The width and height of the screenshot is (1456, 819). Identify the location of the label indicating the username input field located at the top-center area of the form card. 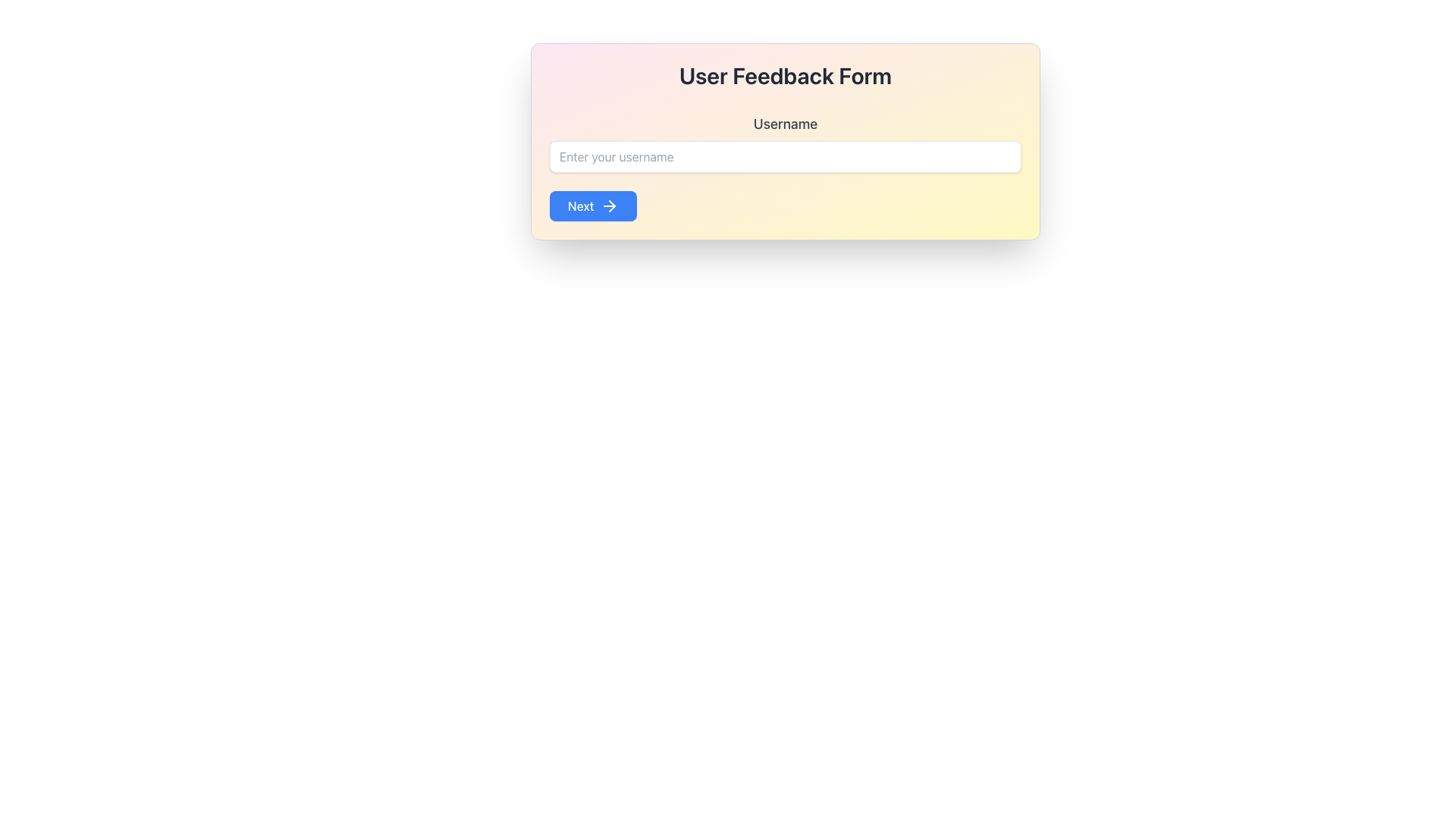
(786, 124).